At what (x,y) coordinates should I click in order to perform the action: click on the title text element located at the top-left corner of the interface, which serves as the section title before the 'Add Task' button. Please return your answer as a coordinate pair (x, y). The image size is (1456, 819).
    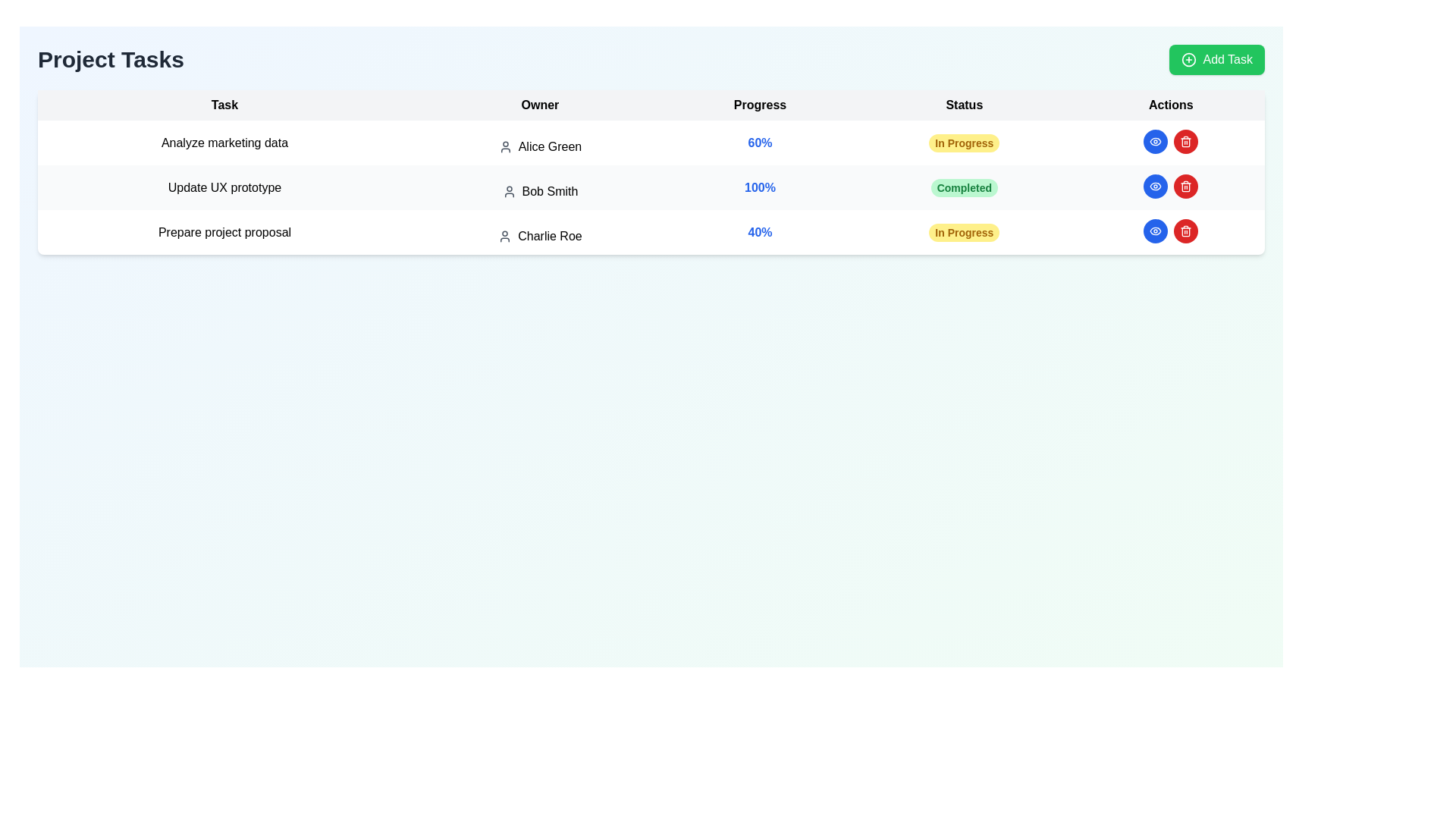
    Looking at the image, I should click on (110, 58).